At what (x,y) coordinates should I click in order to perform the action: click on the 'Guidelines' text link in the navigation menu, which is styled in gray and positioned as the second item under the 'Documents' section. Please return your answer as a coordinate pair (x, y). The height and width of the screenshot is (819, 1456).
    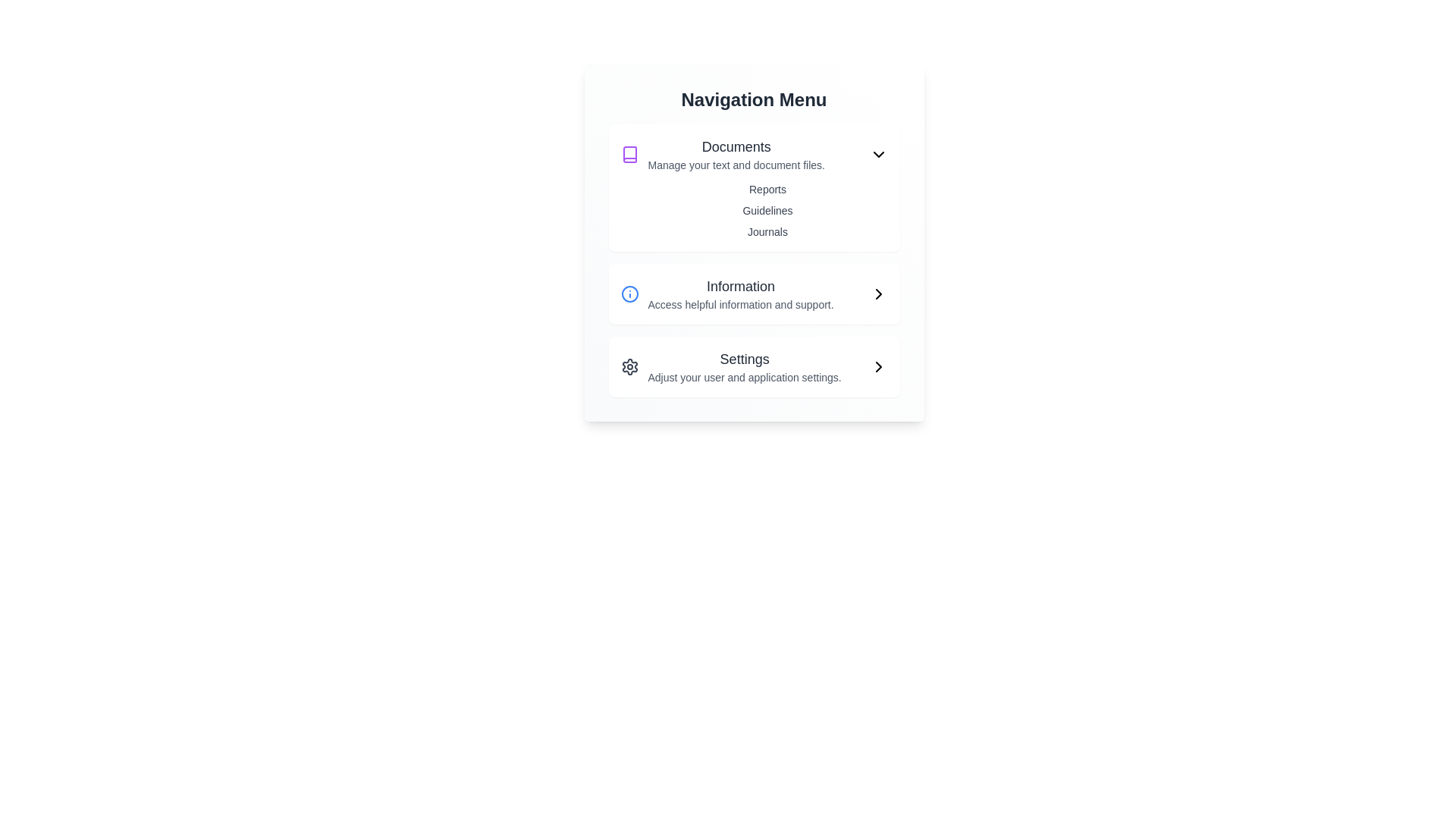
    Looking at the image, I should click on (754, 210).